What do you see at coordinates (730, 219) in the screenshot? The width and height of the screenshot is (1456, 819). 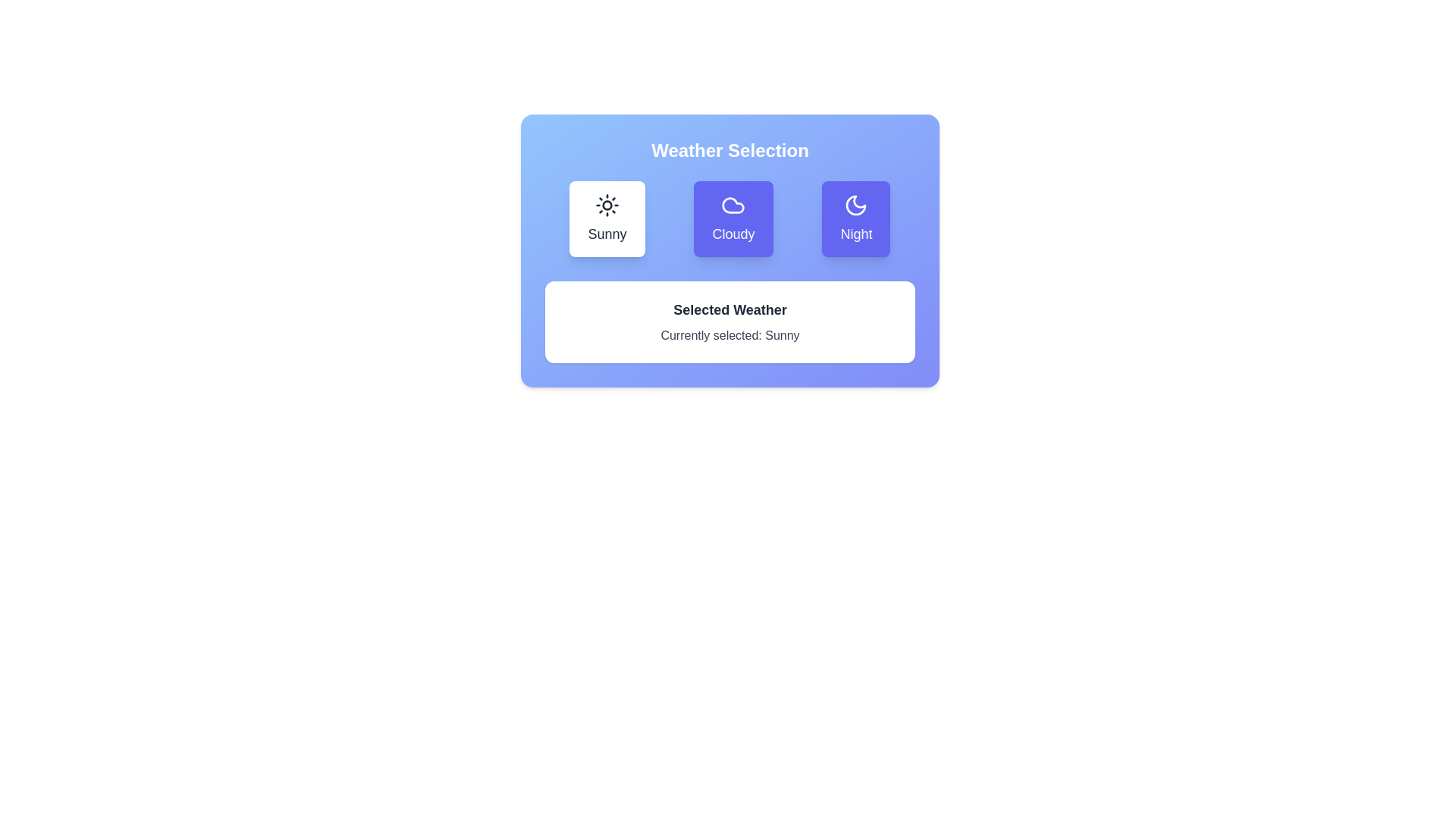 I see `the 'Cloudy' button located between the 'Sunny' and 'Night' buttons in the weather selection interface for visual feedback` at bounding box center [730, 219].